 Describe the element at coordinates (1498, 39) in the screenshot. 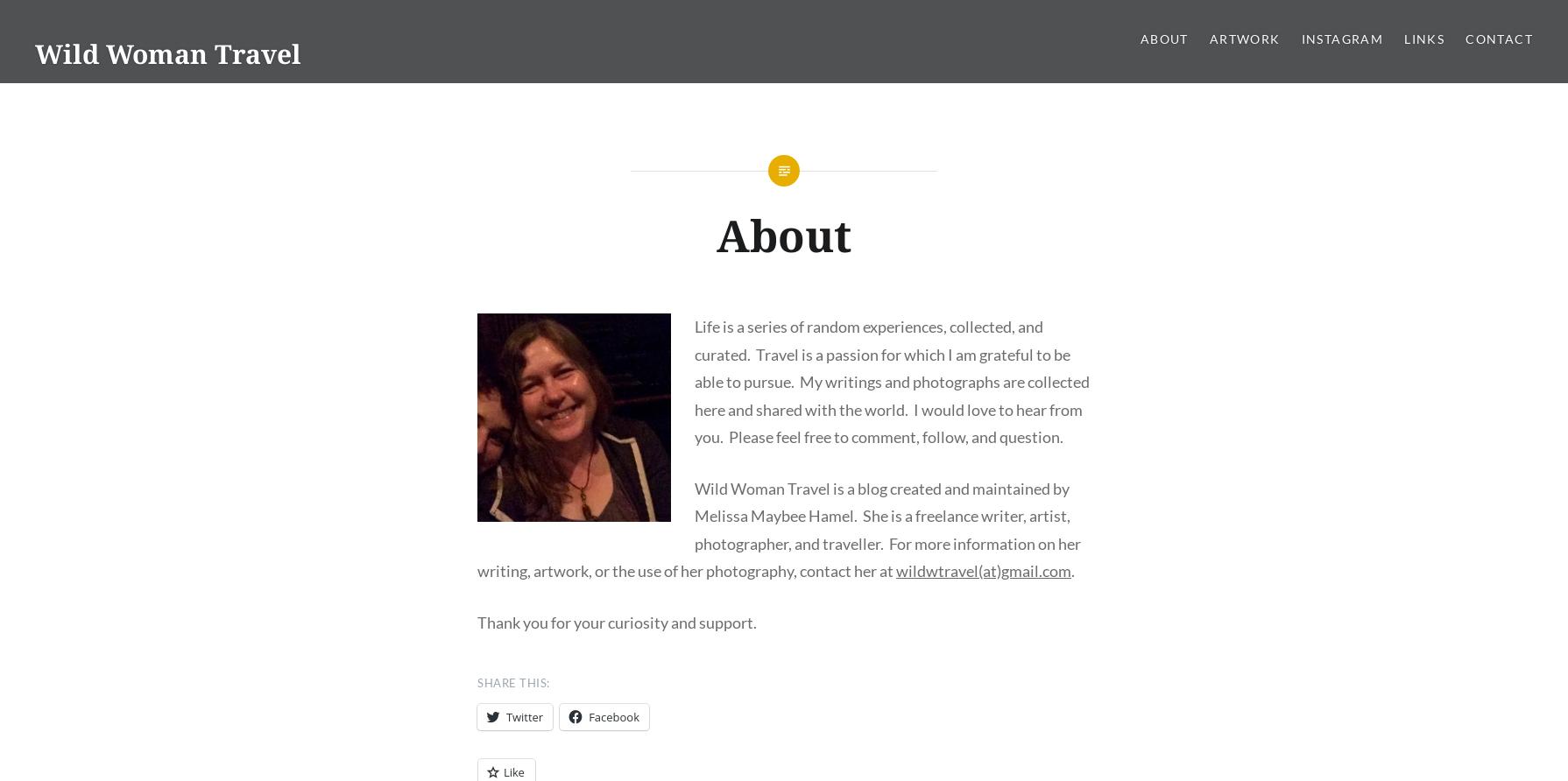

I see `'Contact'` at that location.